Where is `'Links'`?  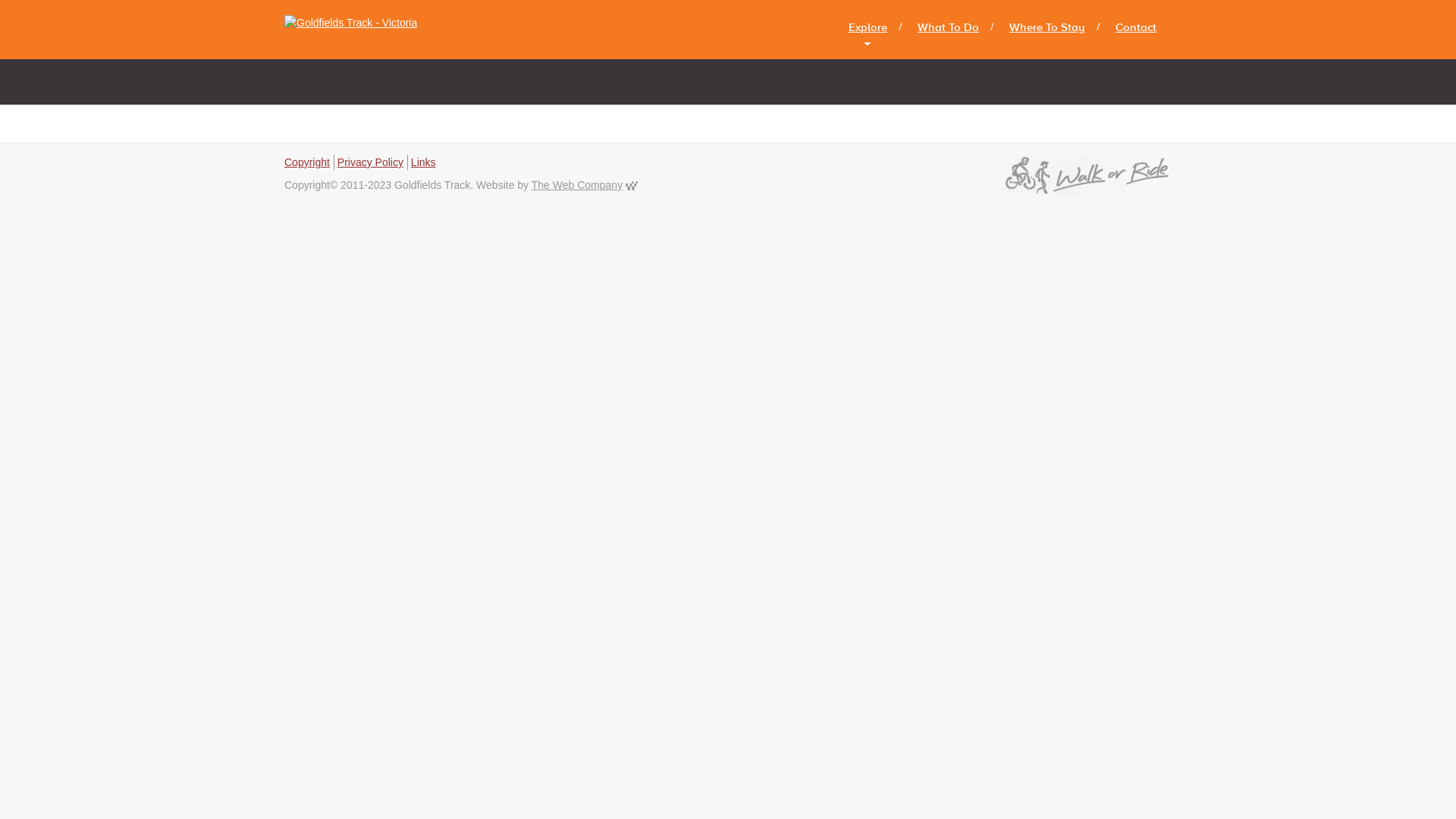
'Links' is located at coordinates (423, 162).